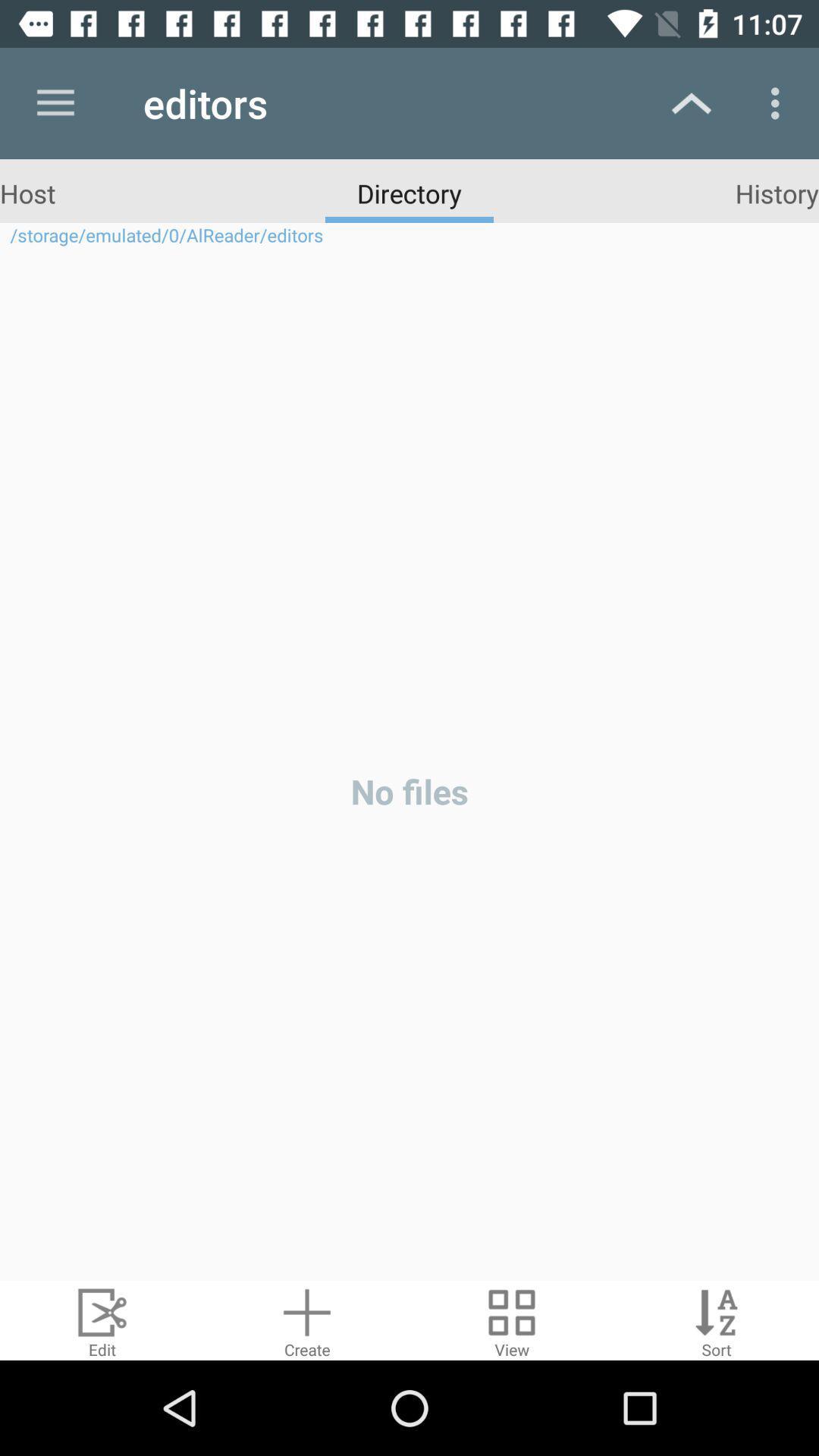  What do you see at coordinates (307, 1319) in the screenshot?
I see `a document` at bounding box center [307, 1319].